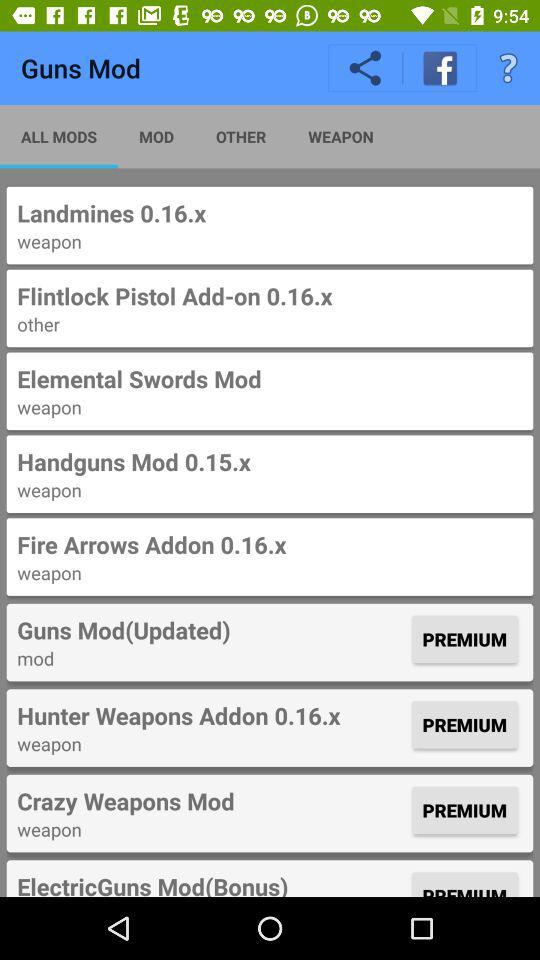 The width and height of the screenshot is (540, 960). What do you see at coordinates (270, 295) in the screenshot?
I see `the flintlock pistol add item` at bounding box center [270, 295].